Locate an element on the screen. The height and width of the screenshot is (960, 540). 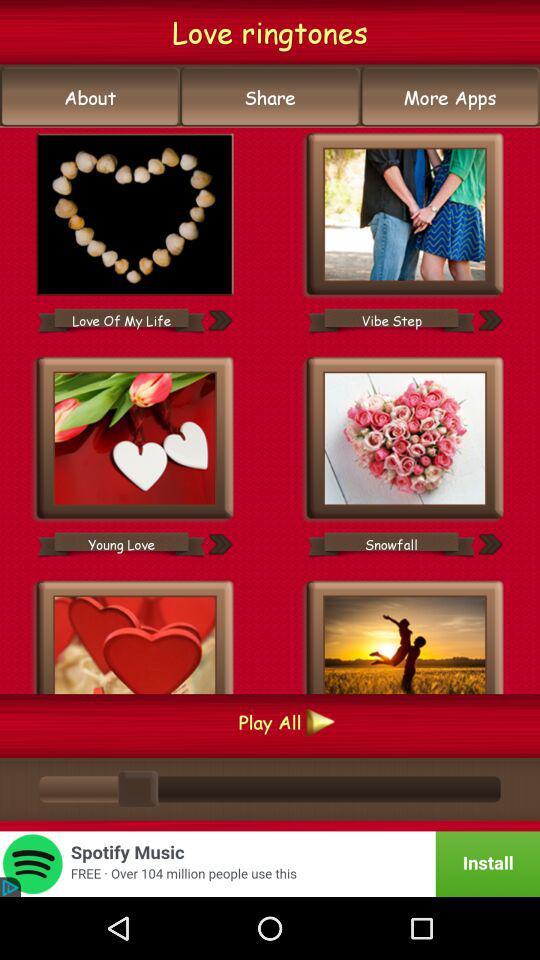
the vibe step is located at coordinates (391, 320).